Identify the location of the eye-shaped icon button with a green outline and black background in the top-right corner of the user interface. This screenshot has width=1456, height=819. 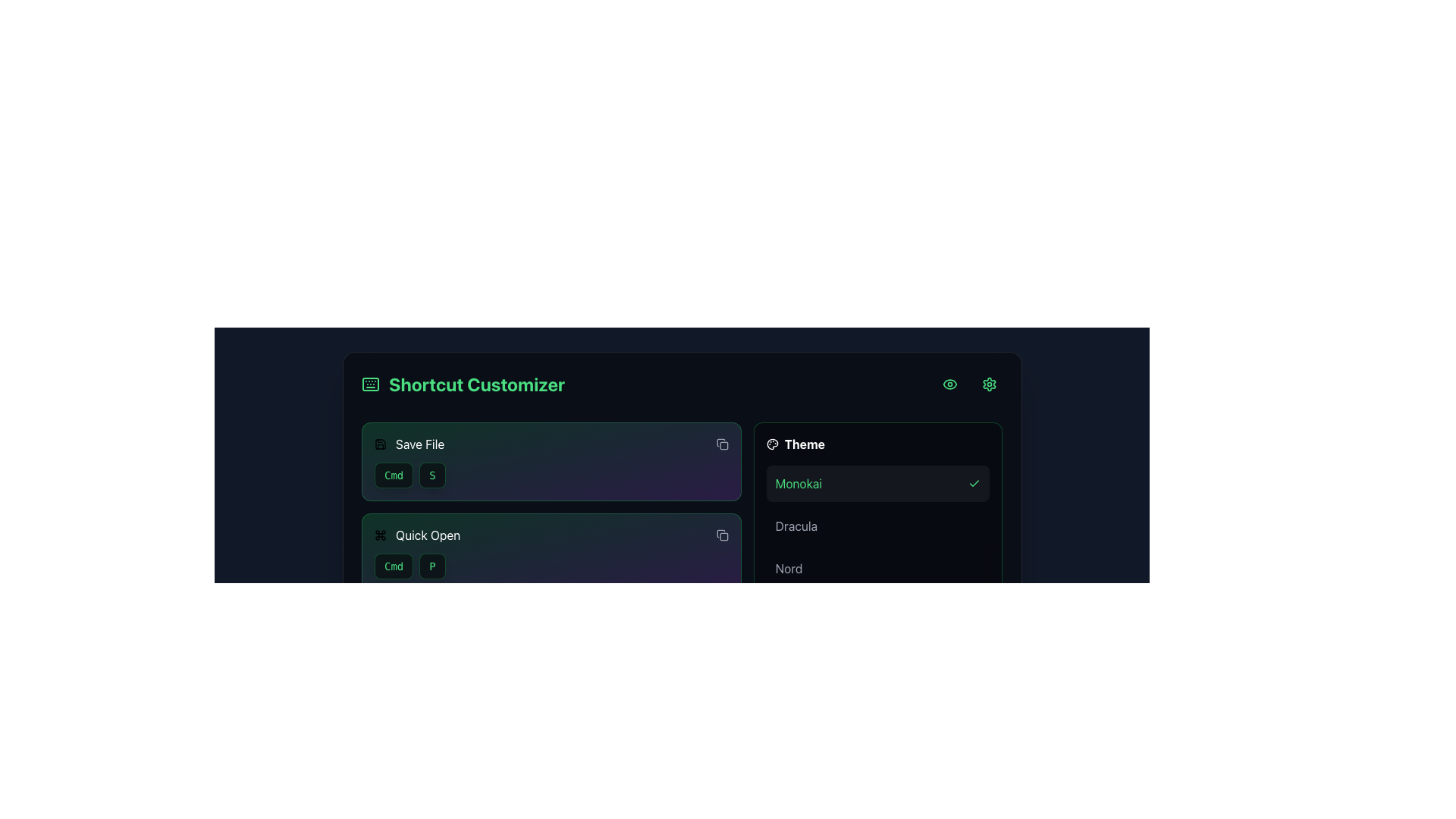
(949, 383).